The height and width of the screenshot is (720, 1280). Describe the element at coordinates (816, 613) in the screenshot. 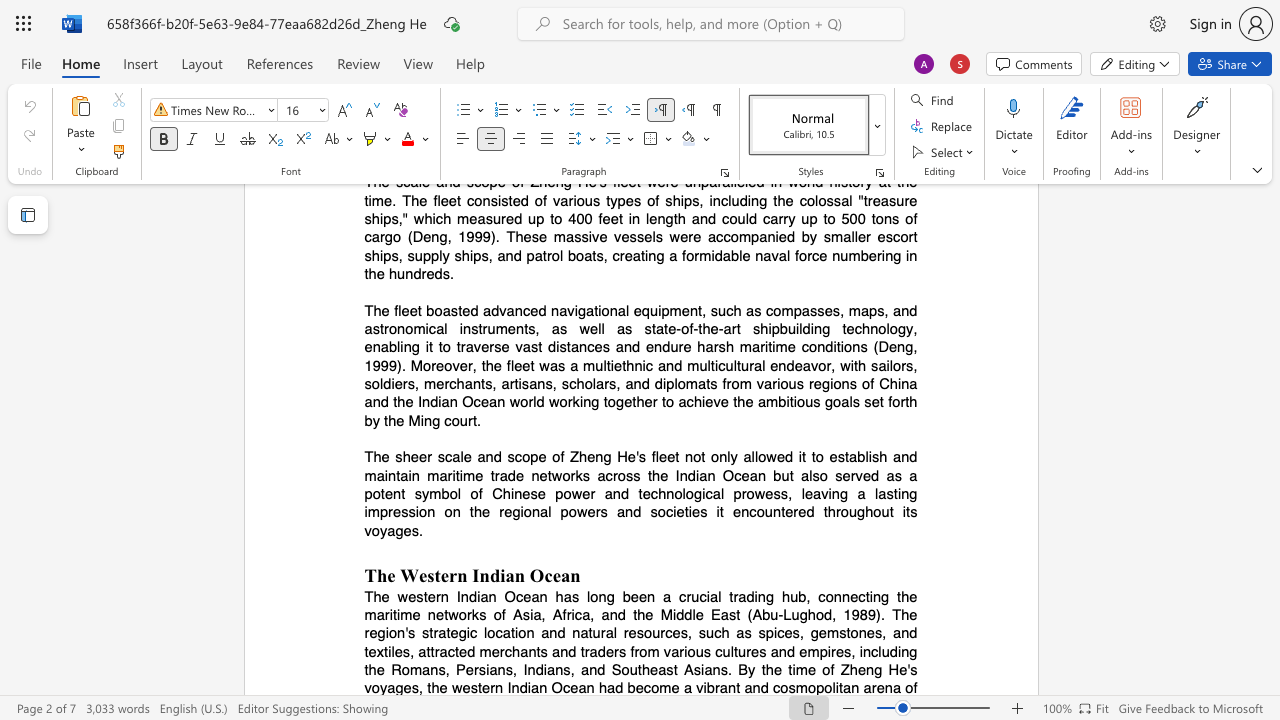

I see `the subset text "od, 1989). The region" within the text "The western Indian Ocean has long been a crucial trading hub, connecting the maritime networks of Asia, Africa, and the Middle East (Abu-Lughod, 1989). The region"` at that location.